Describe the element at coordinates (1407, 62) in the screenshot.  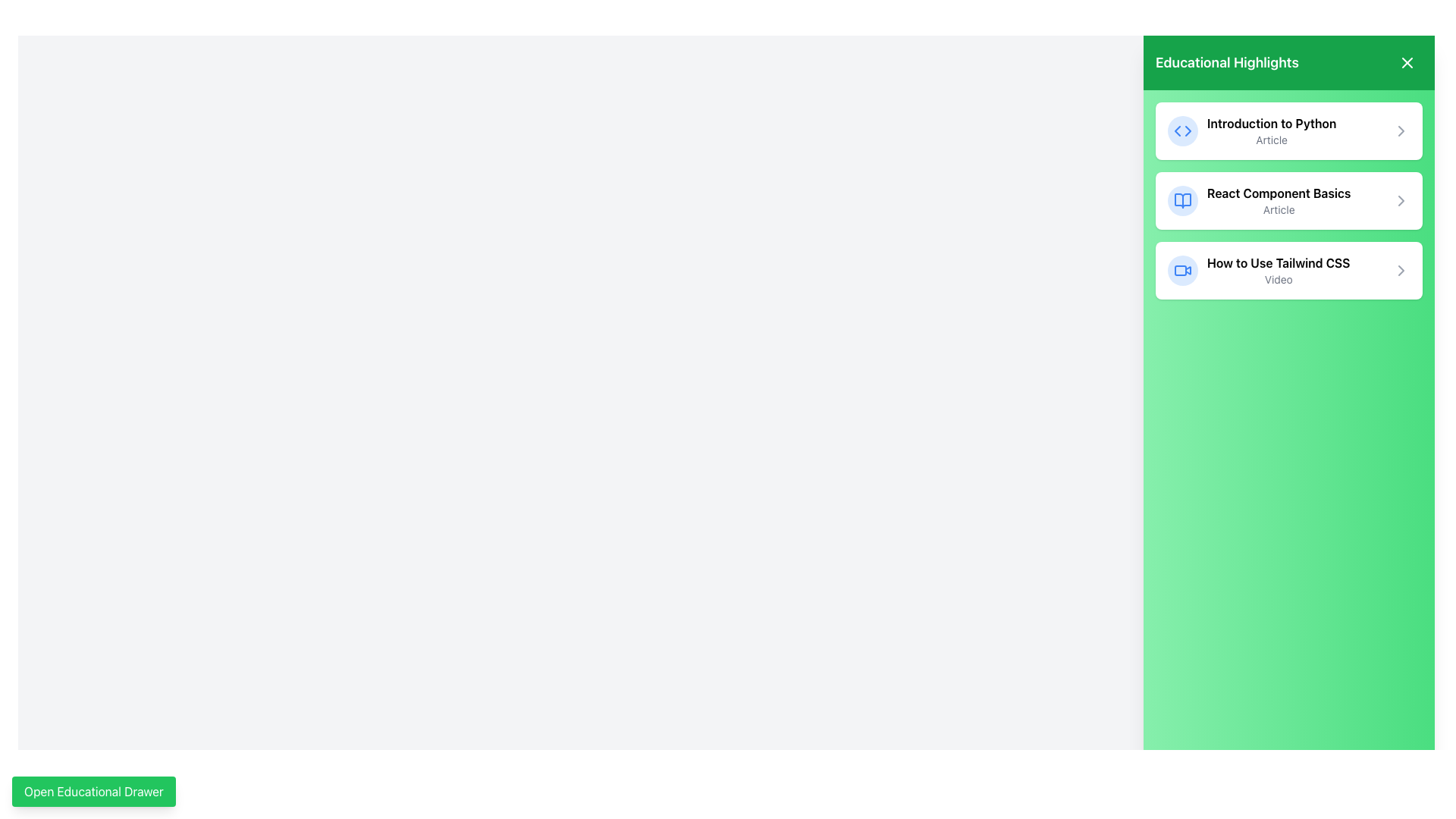
I see `the close Icon Button located in the top-right corner of the 'Educational Highlights' sidebar` at that location.